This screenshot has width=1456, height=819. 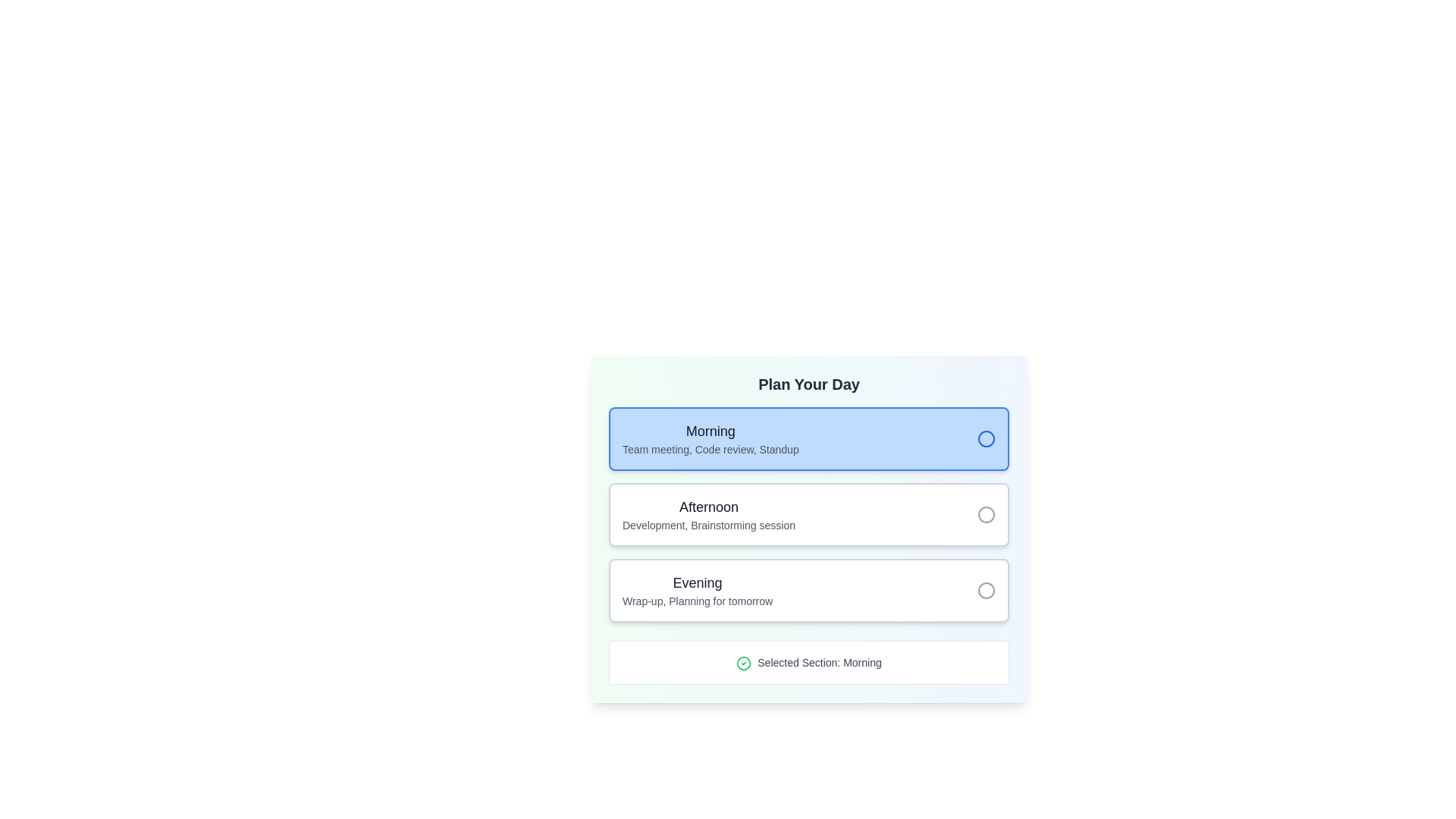 I want to click on the green checkmark icon that indicates the 'Selected Section: Morning', as it may have additional functionality or feedback associated with it, so click(x=744, y=662).